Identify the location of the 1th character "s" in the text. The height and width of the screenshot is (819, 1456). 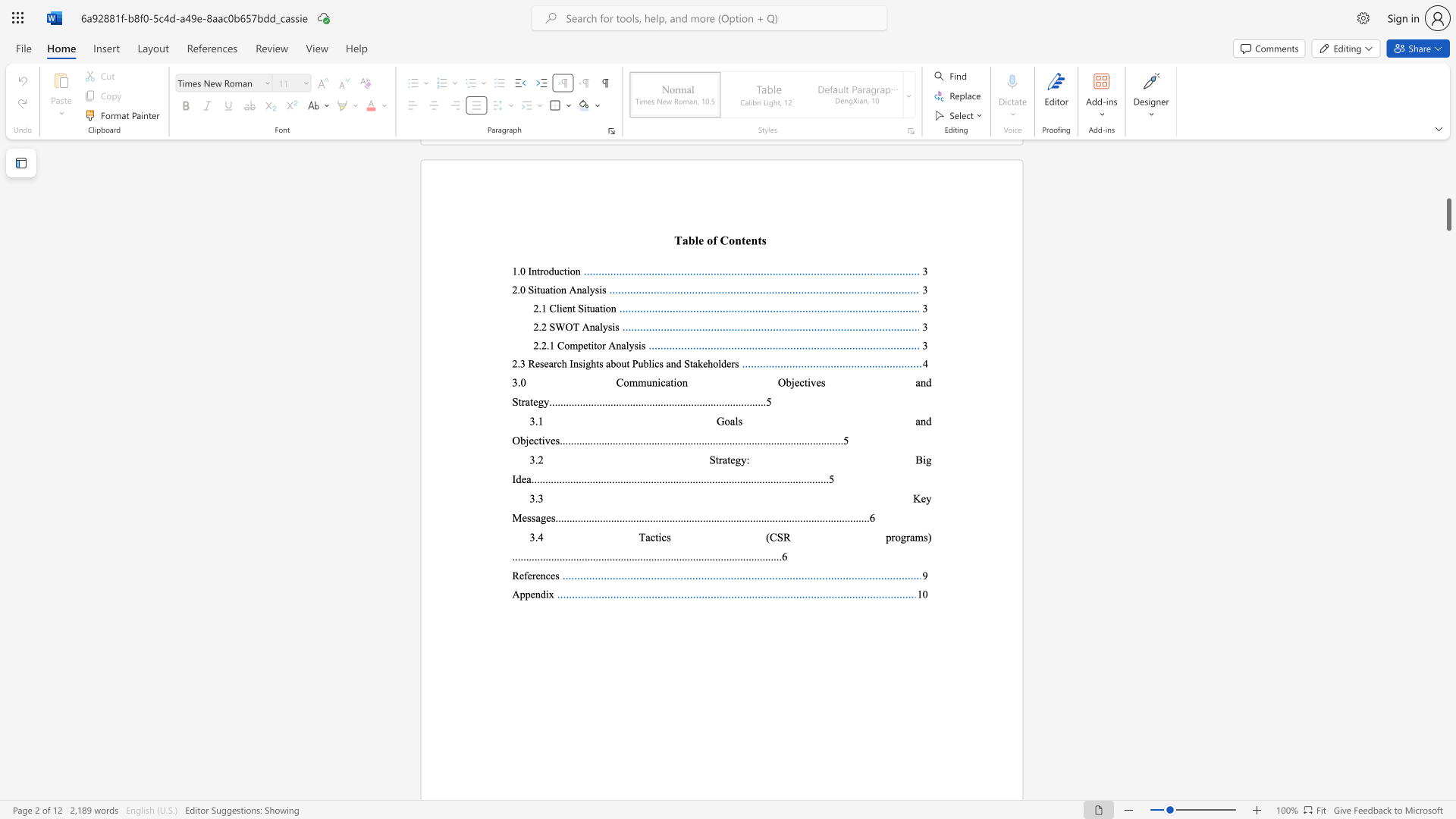
(556, 576).